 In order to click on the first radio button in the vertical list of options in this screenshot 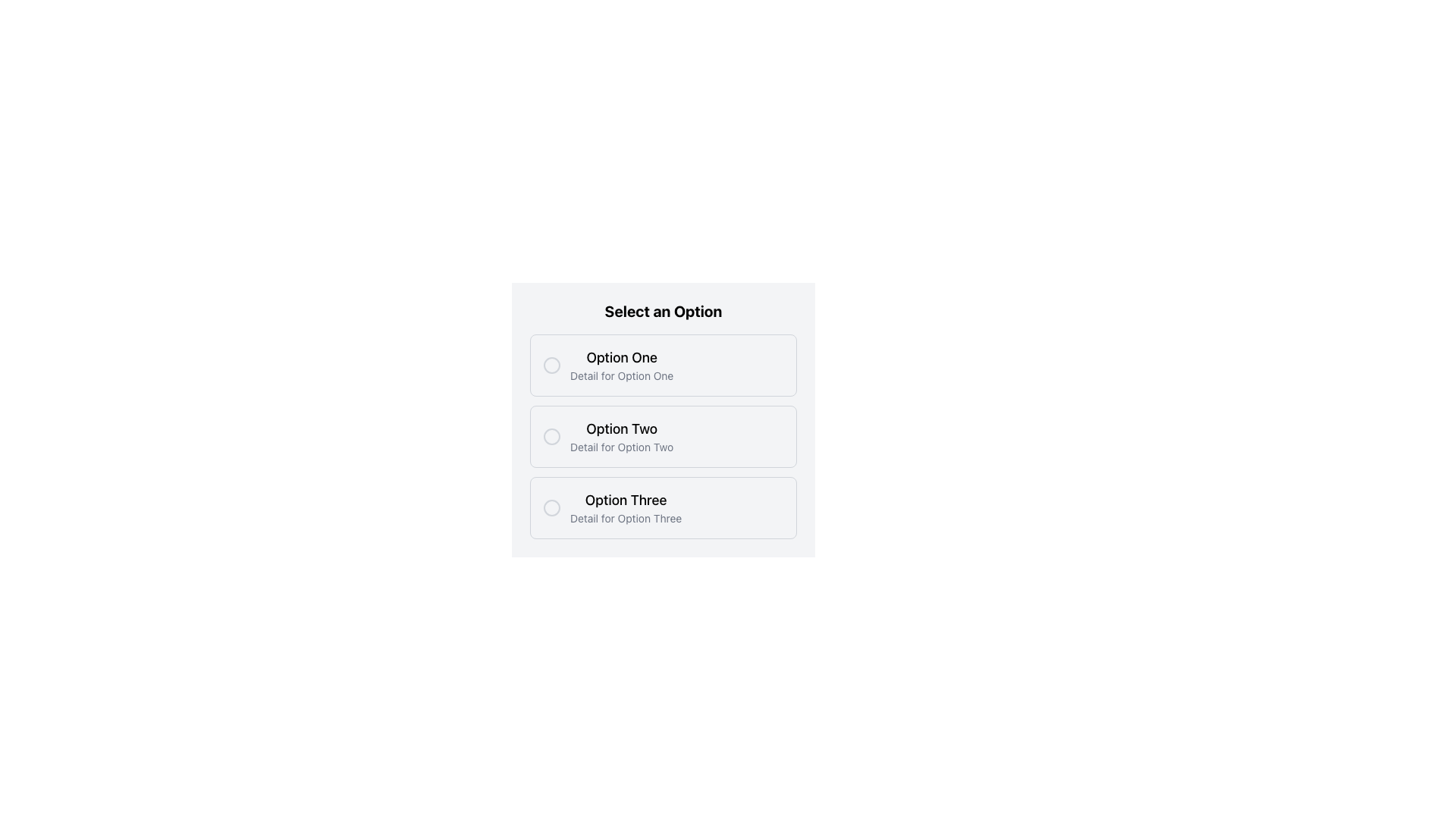, I will do `click(551, 366)`.